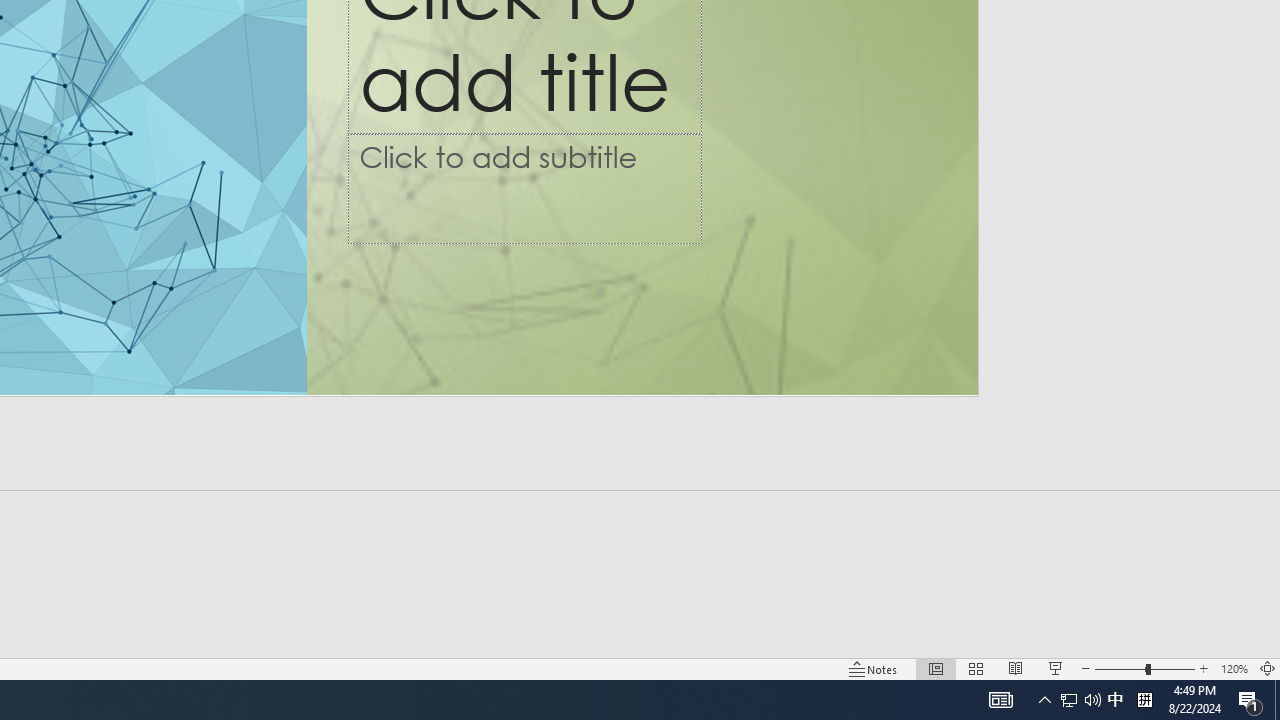  Describe the element at coordinates (1015, 669) in the screenshot. I see `'Reading View'` at that location.